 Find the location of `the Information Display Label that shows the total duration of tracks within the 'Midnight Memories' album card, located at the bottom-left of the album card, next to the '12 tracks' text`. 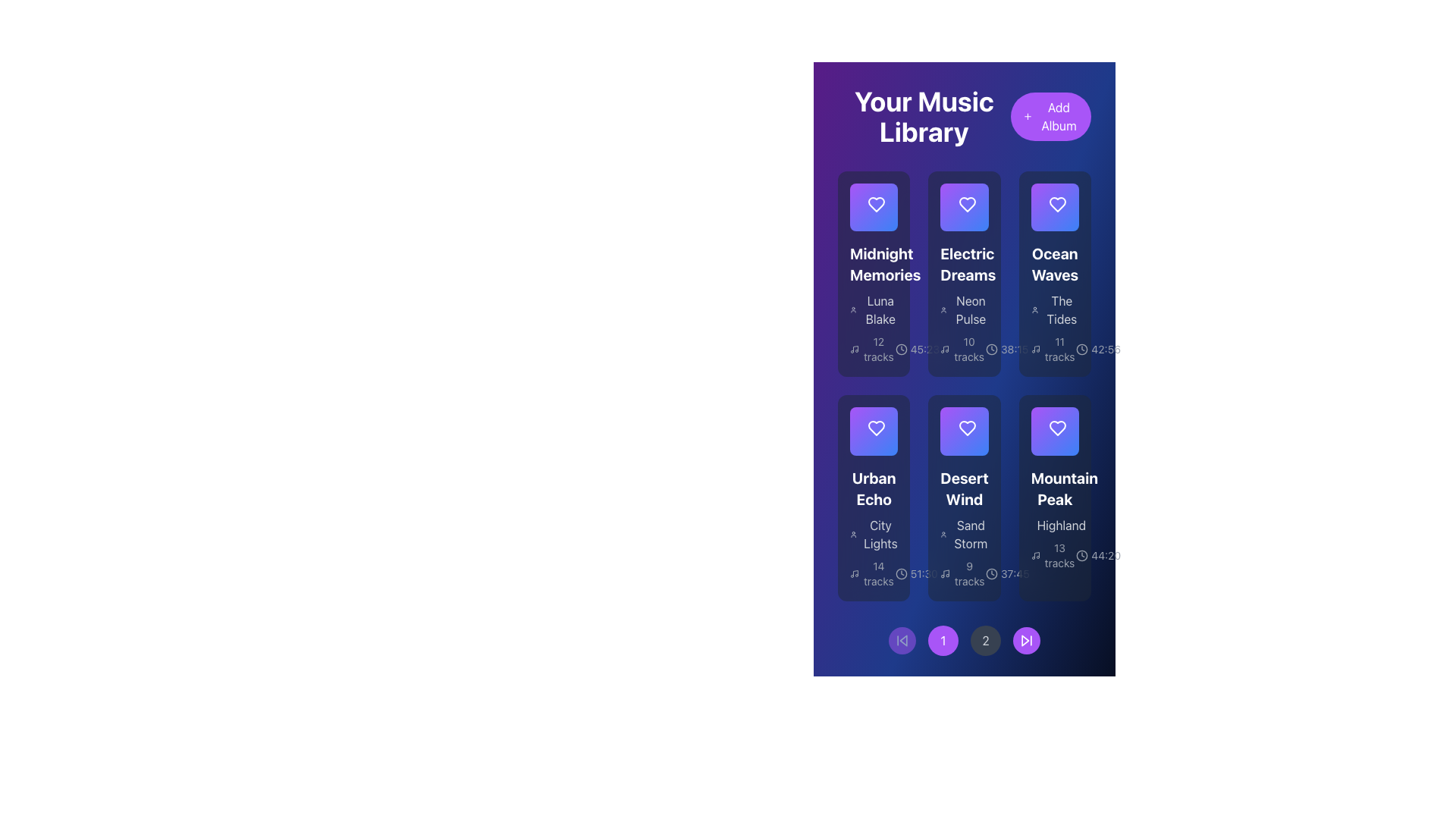

the Information Display Label that shows the total duration of tracks within the 'Midnight Memories' album card, located at the bottom-left of the album card, next to the '12 tracks' text is located at coordinates (916, 350).